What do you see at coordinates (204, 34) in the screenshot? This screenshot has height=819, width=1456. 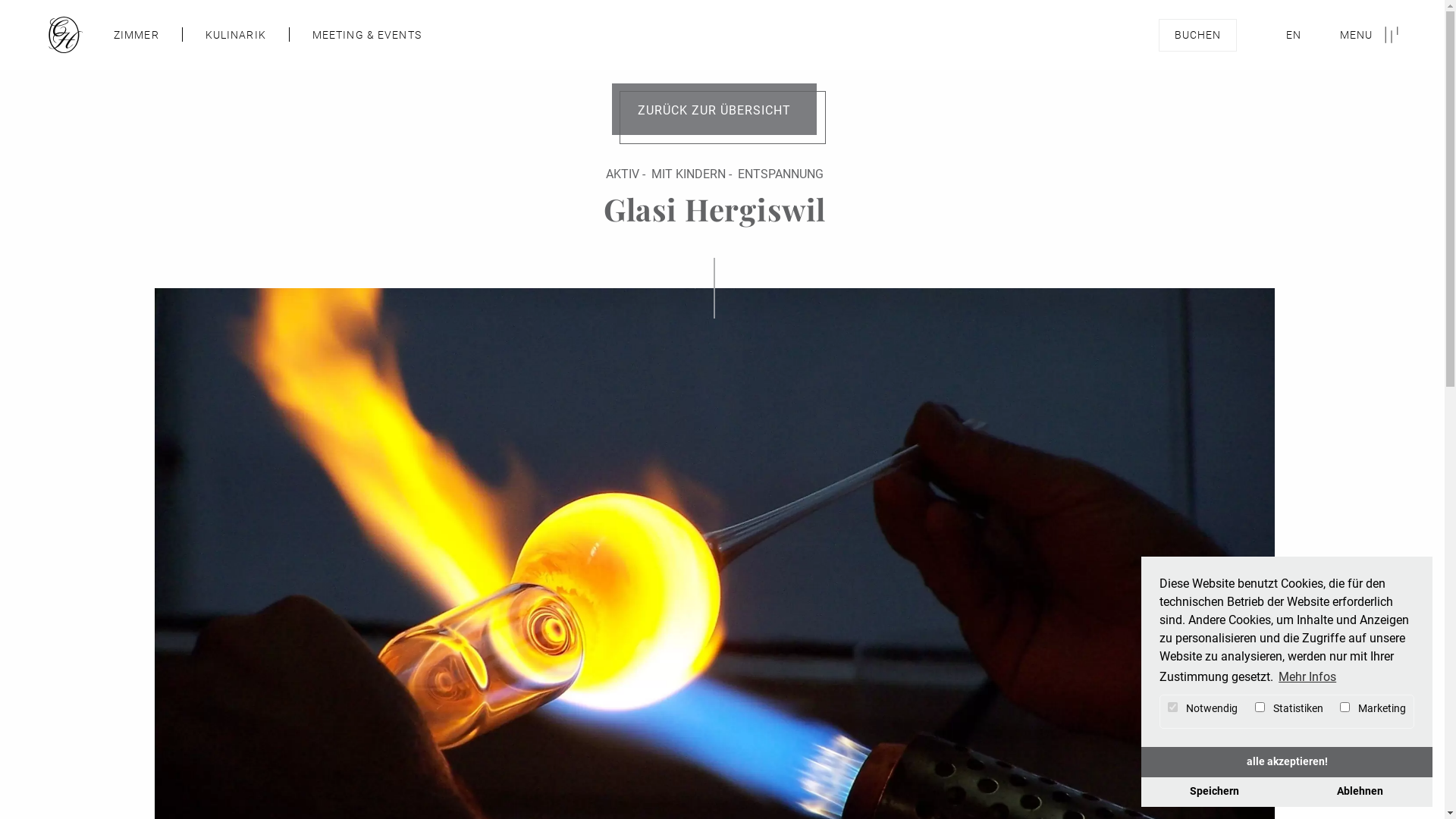 I see `'KULINARIK'` at bounding box center [204, 34].